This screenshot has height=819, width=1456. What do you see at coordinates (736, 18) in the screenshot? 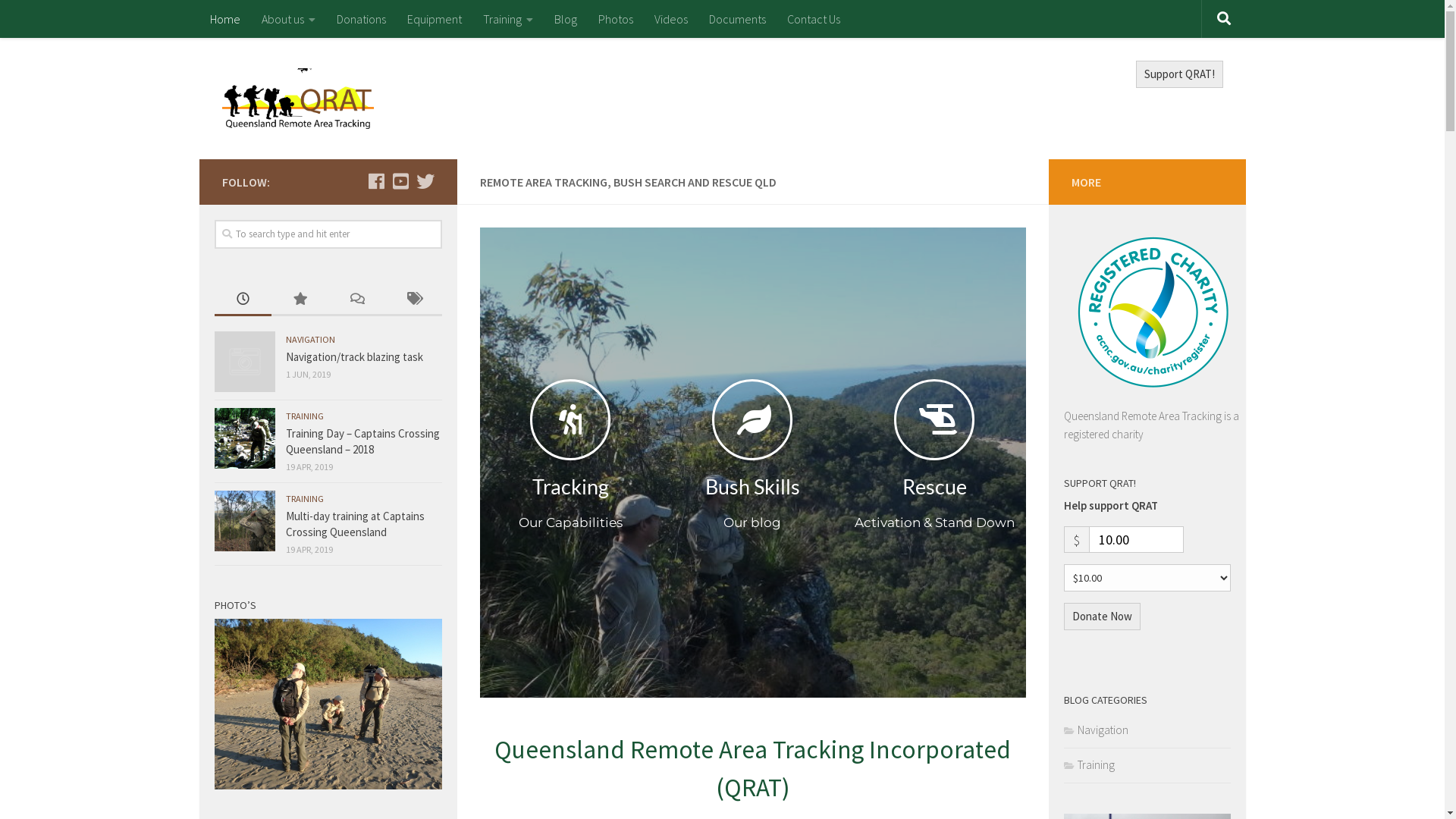
I see `'Documents'` at bounding box center [736, 18].